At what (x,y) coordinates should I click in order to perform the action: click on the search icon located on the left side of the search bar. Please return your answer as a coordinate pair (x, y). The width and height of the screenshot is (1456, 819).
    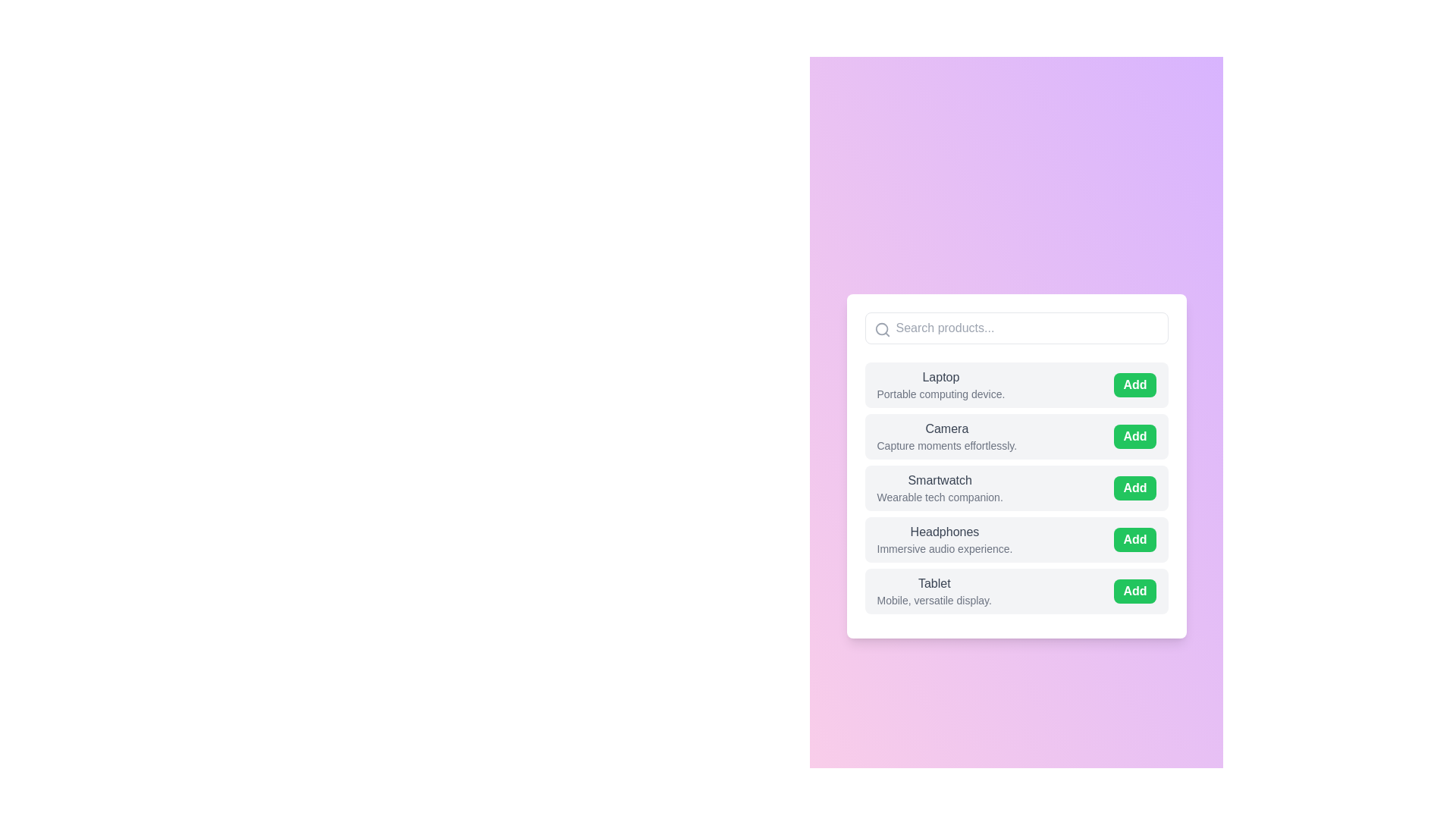
    Looking at the image, I should click on (882, 329).